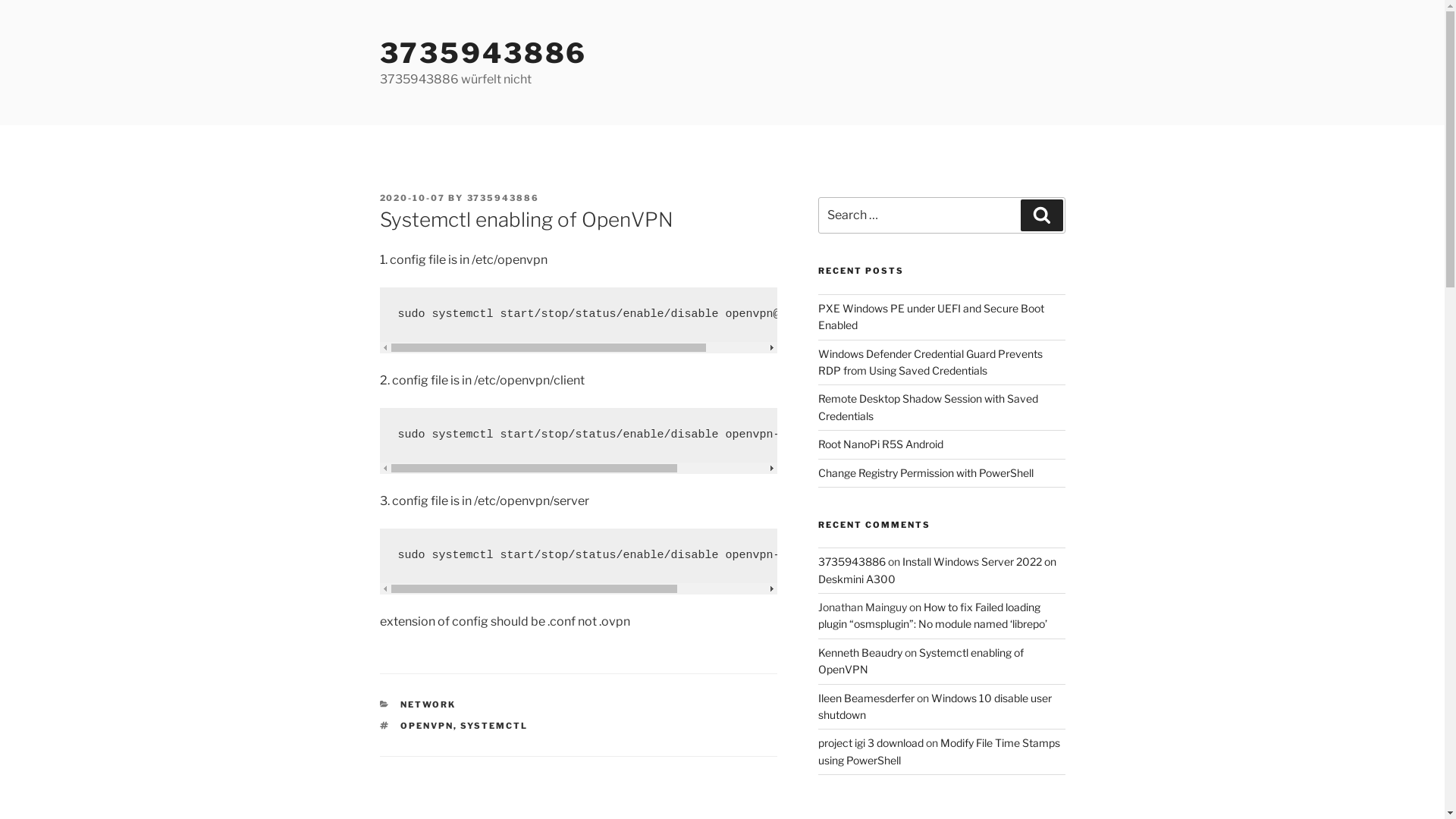  Describe the element at coordinates (938, 751) in the screenshot. I see `'Modify File Time Stamps using PowerShell'` at that location.